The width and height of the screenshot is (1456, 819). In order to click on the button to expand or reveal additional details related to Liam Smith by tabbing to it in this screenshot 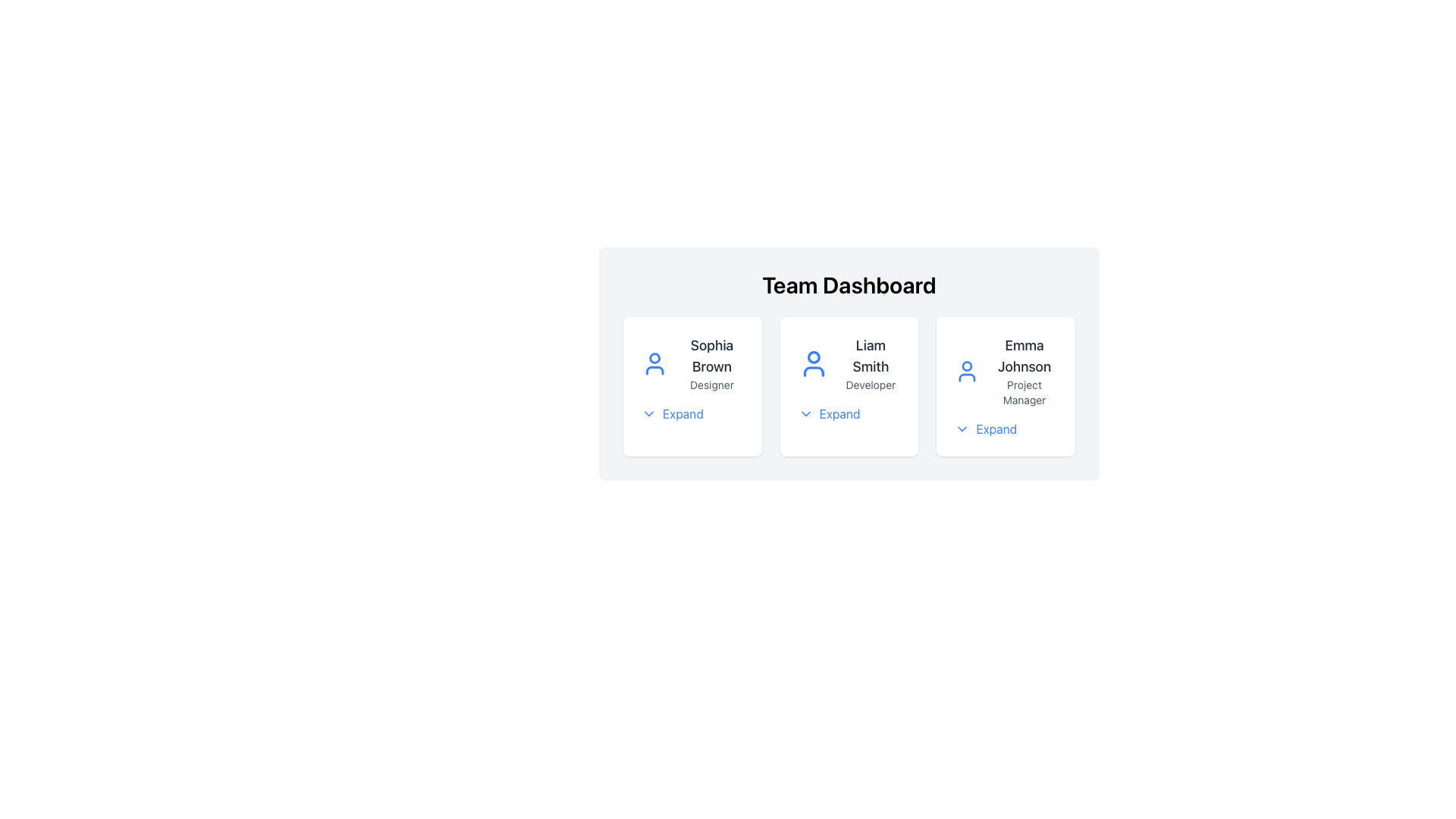, I will do `click(828, 414)`.